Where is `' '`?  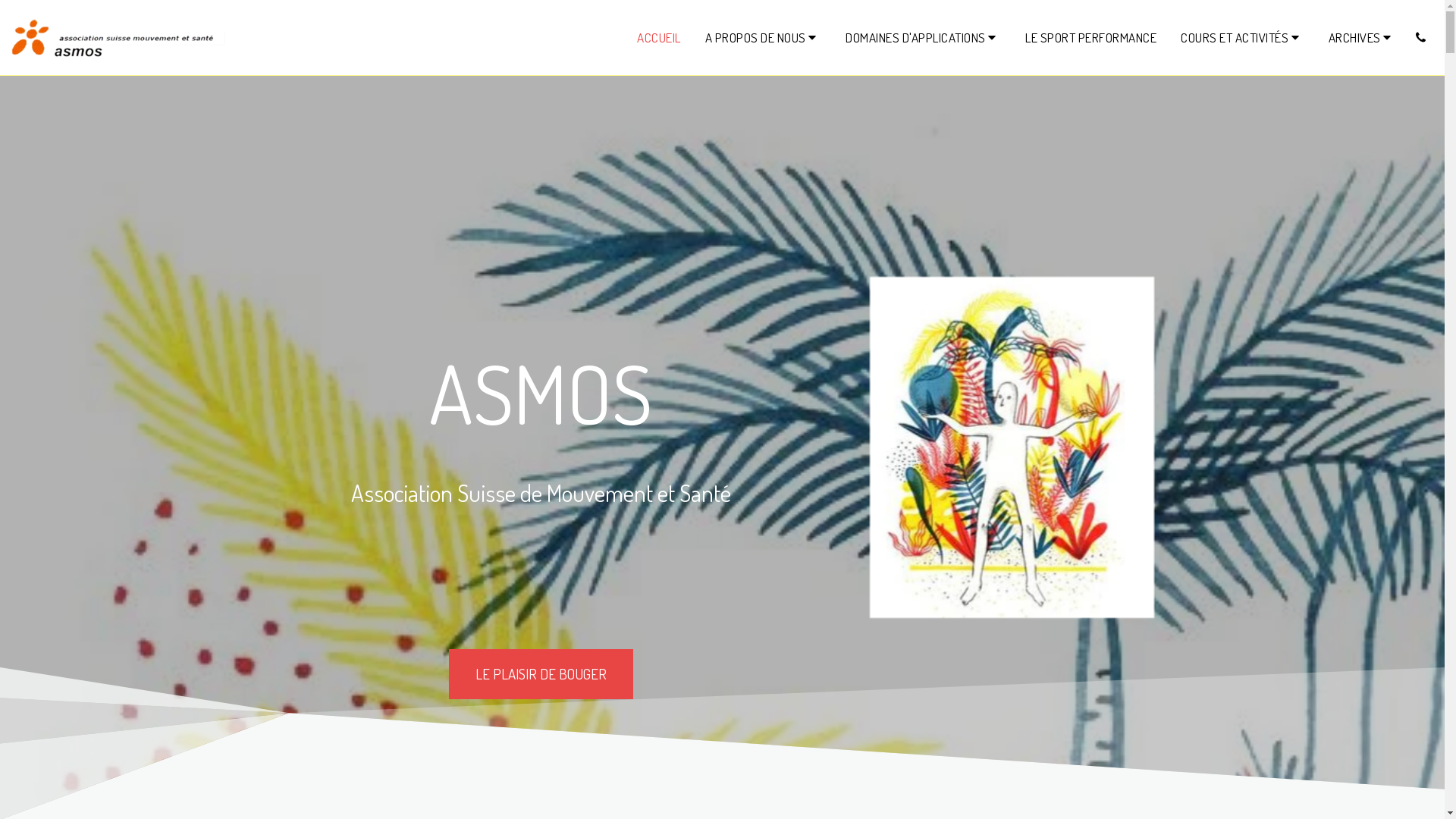
' ' is located at coordinates (1420, 36).